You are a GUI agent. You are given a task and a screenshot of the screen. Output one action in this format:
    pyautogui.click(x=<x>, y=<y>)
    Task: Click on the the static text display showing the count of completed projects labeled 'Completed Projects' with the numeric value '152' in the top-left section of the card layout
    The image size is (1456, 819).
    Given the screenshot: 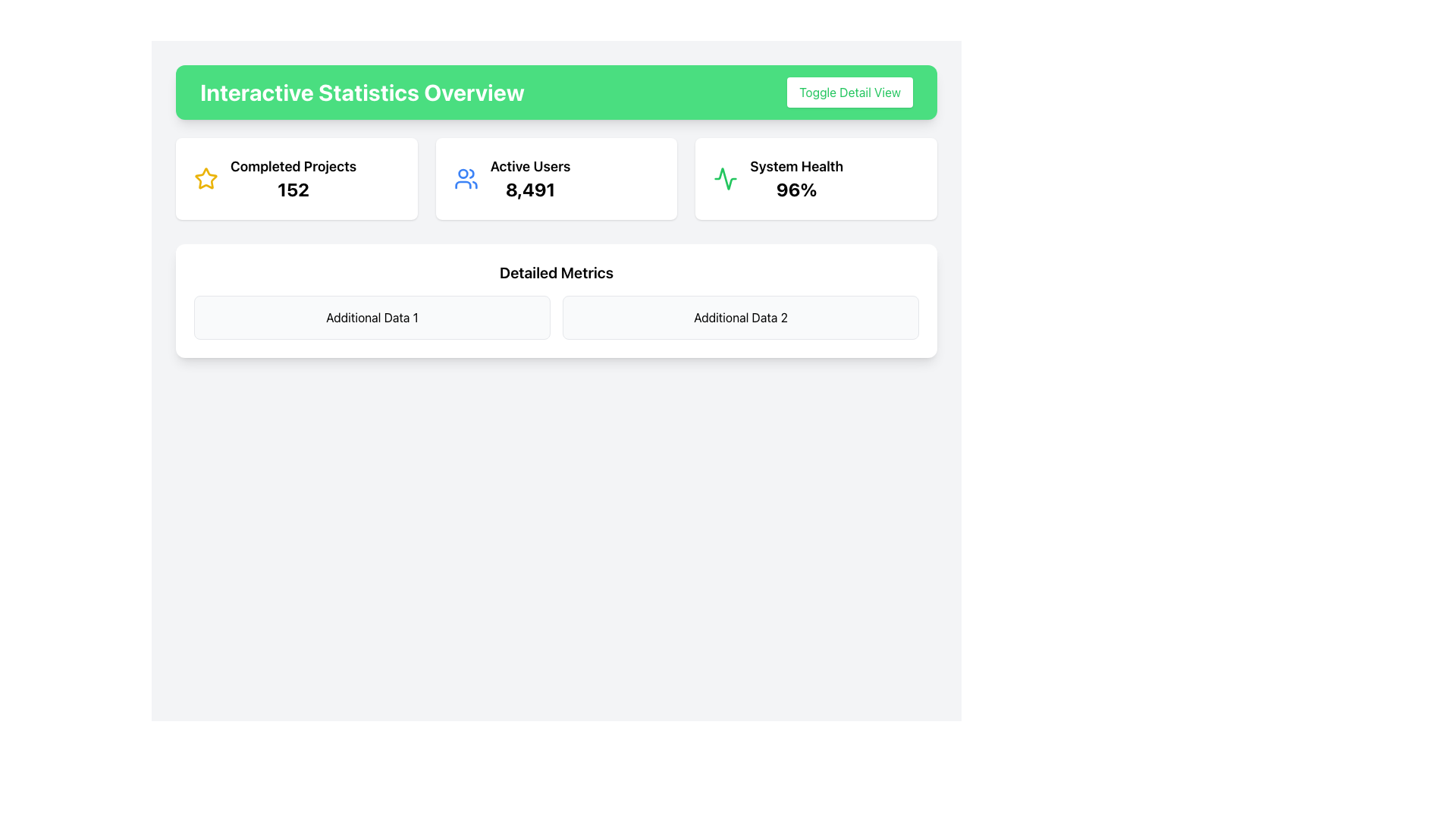 What is the action you would take?
    pyautogui.click(x=293, y=189)
    